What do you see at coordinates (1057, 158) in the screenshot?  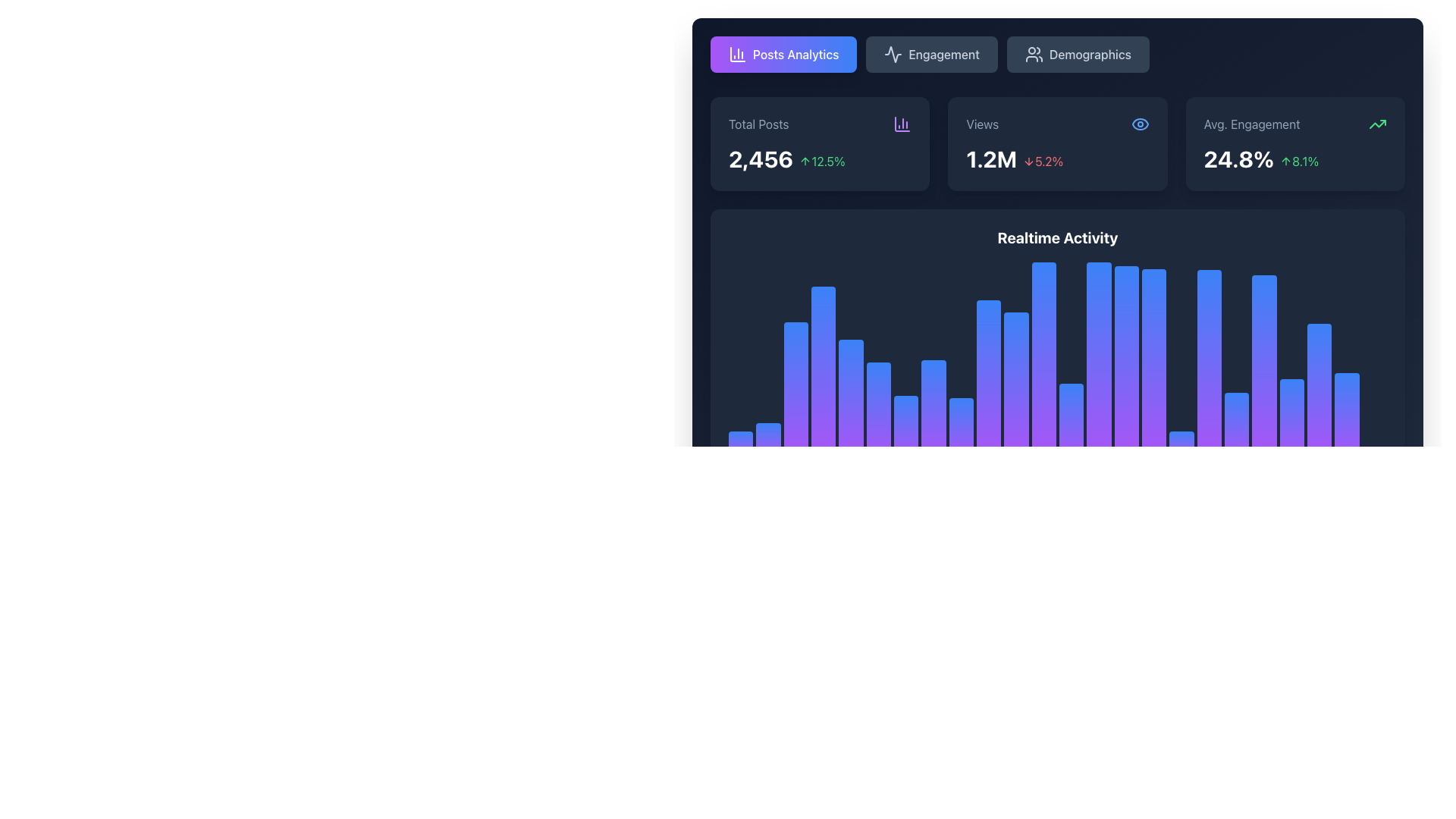 I see `the Text element displaying '1.2M' and '5.2%' with a downward arrow icon, located in the 'Views' box under 'Posts Analytics'` at bounding box center [1057, 158].